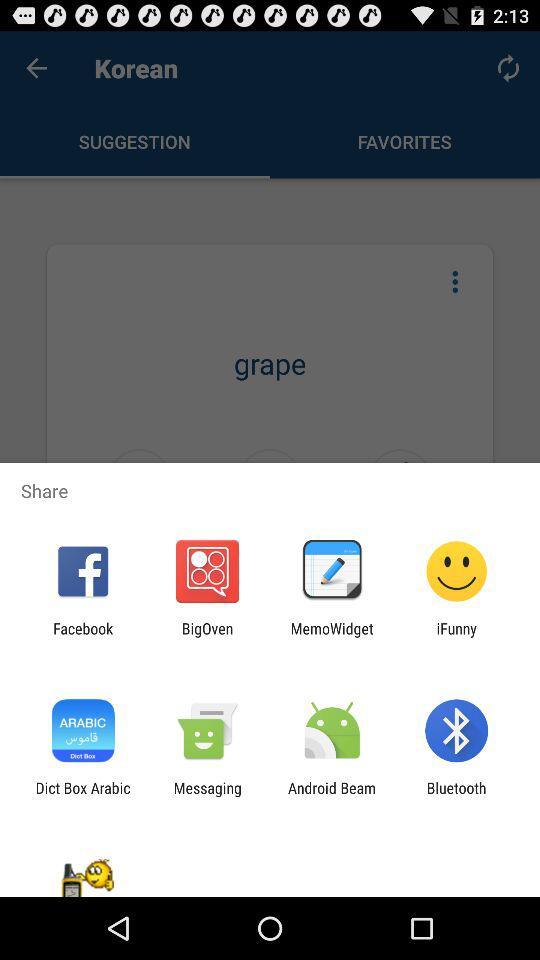 Image resolution: width=540 pixels, height=960 pixels. Describe the element at coordinates (82, 796) in the screenshot. I see `the icon next to the messaging item` at that location.